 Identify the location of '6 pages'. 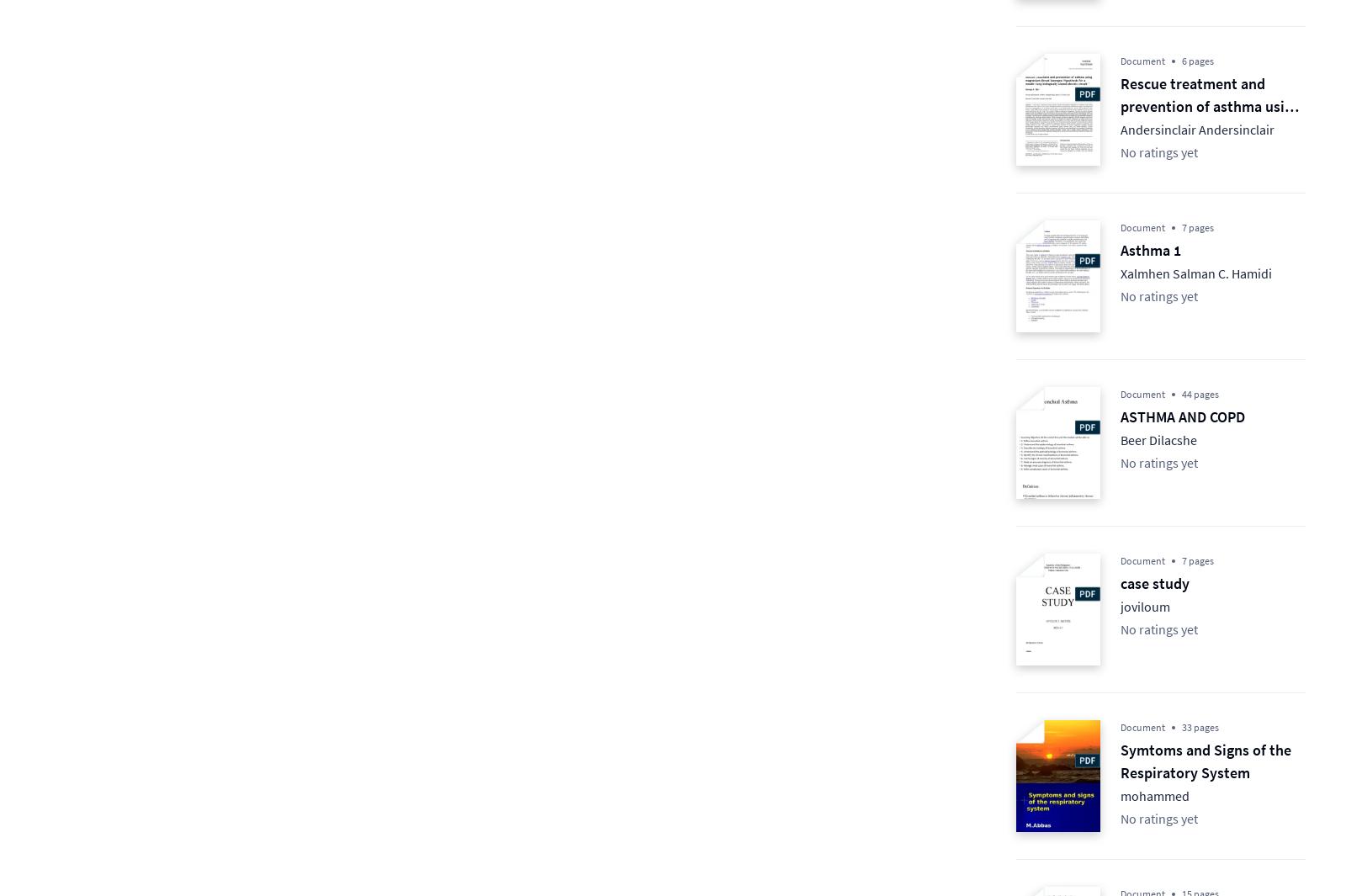
(1198, 60).